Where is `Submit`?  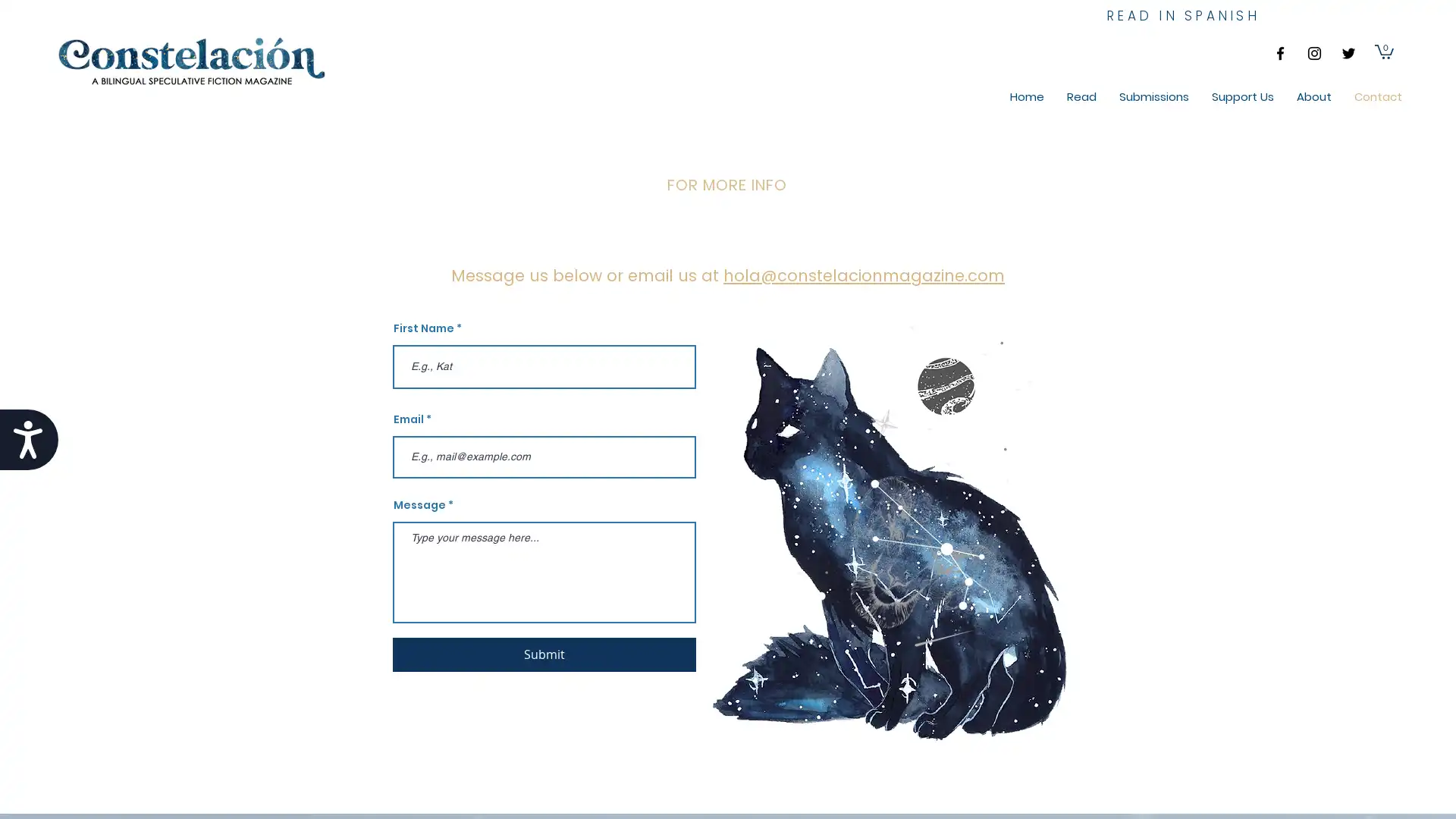
Submit is located at coordinates (544, 653).